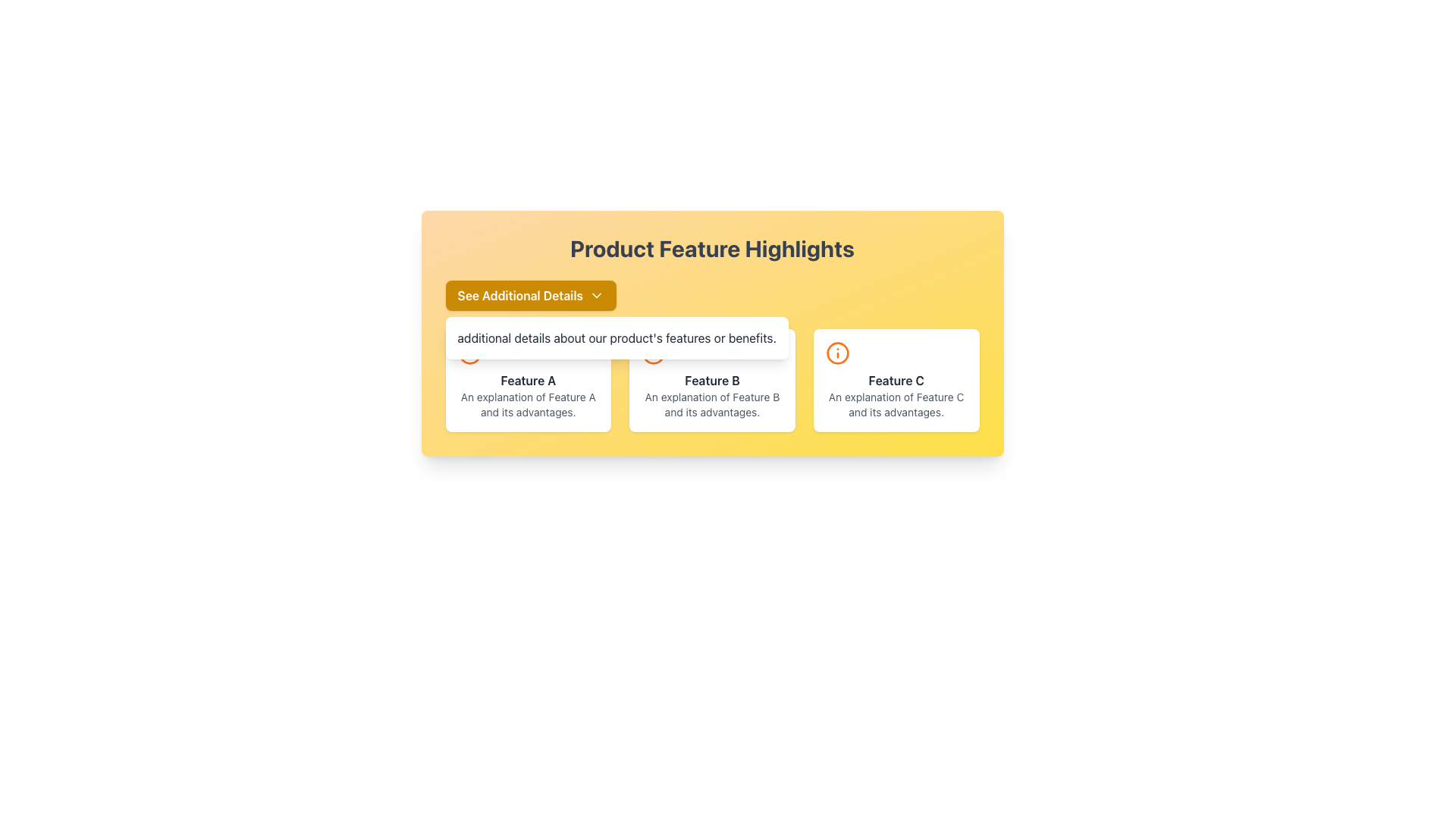 Image resolution: width=1456 pixels, height=819 pixels. What do you see at coordinates (711, 295) in the screenshot?
I see `the Dropdown Button labeled 'See Additional Details' with a yellow background for keyboard navigation` at bounding box center [711, 295].